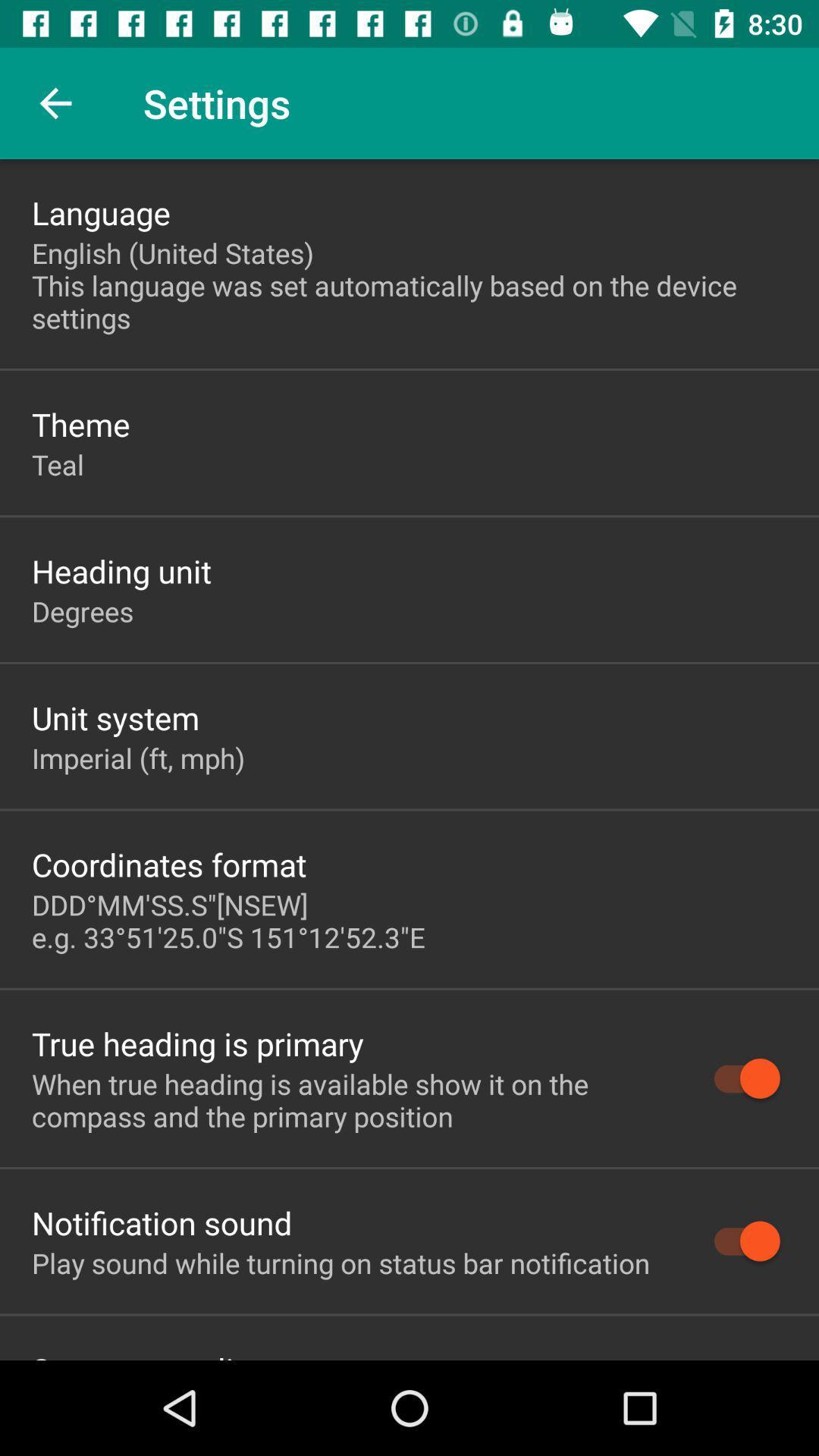 The width and height of the screenshot is (819, 1456). What do you see at coordinates (55, 102) in the screenshot?
I see `item to the left of the settings icon` at bounding box center [55, 102].